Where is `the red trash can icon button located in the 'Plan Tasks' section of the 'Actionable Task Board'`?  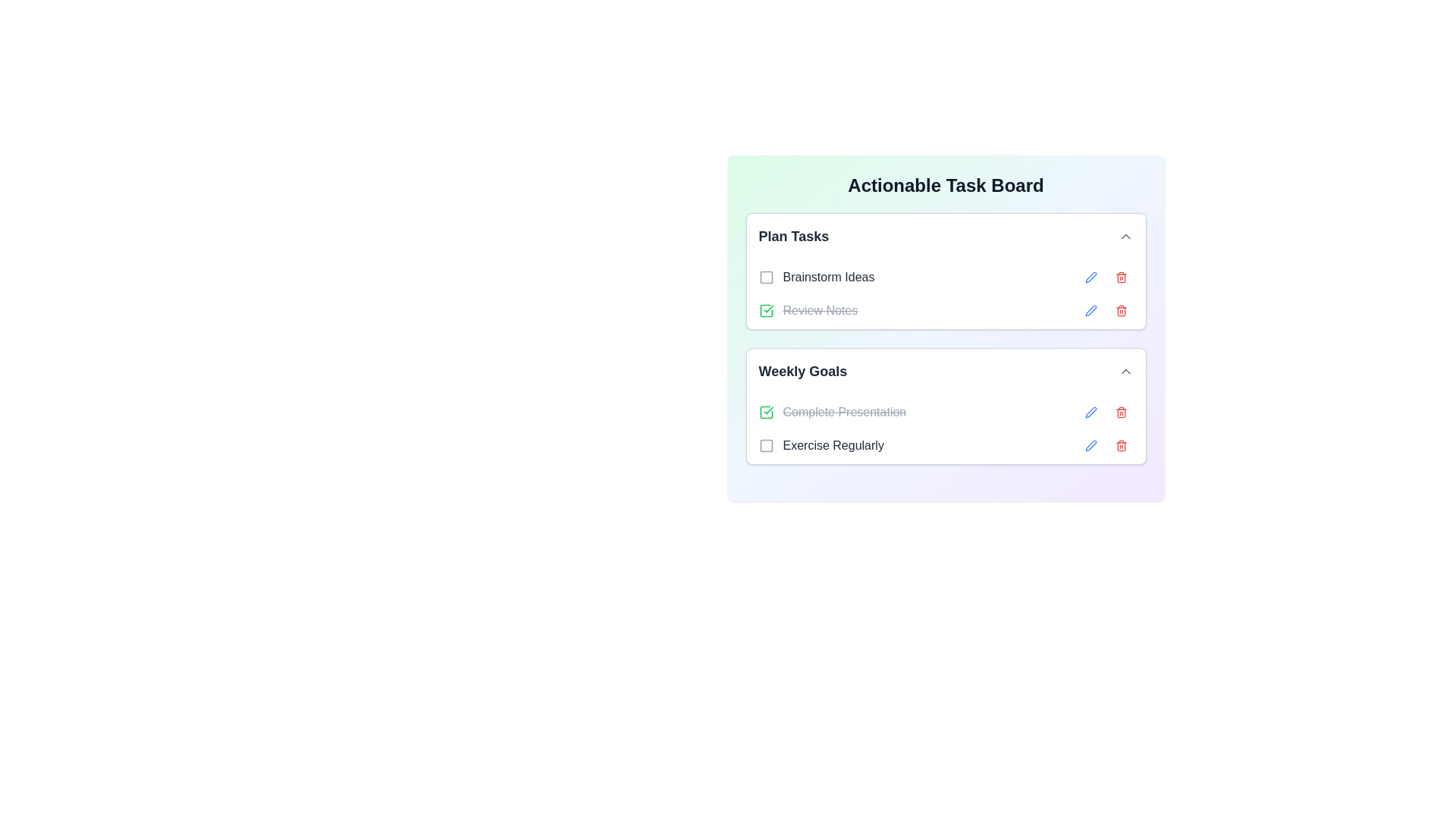 the red trash can icon button located in the 'Plan Tasks' section of the 'Actionable Task Board' is located at coordinates (1121, 278).